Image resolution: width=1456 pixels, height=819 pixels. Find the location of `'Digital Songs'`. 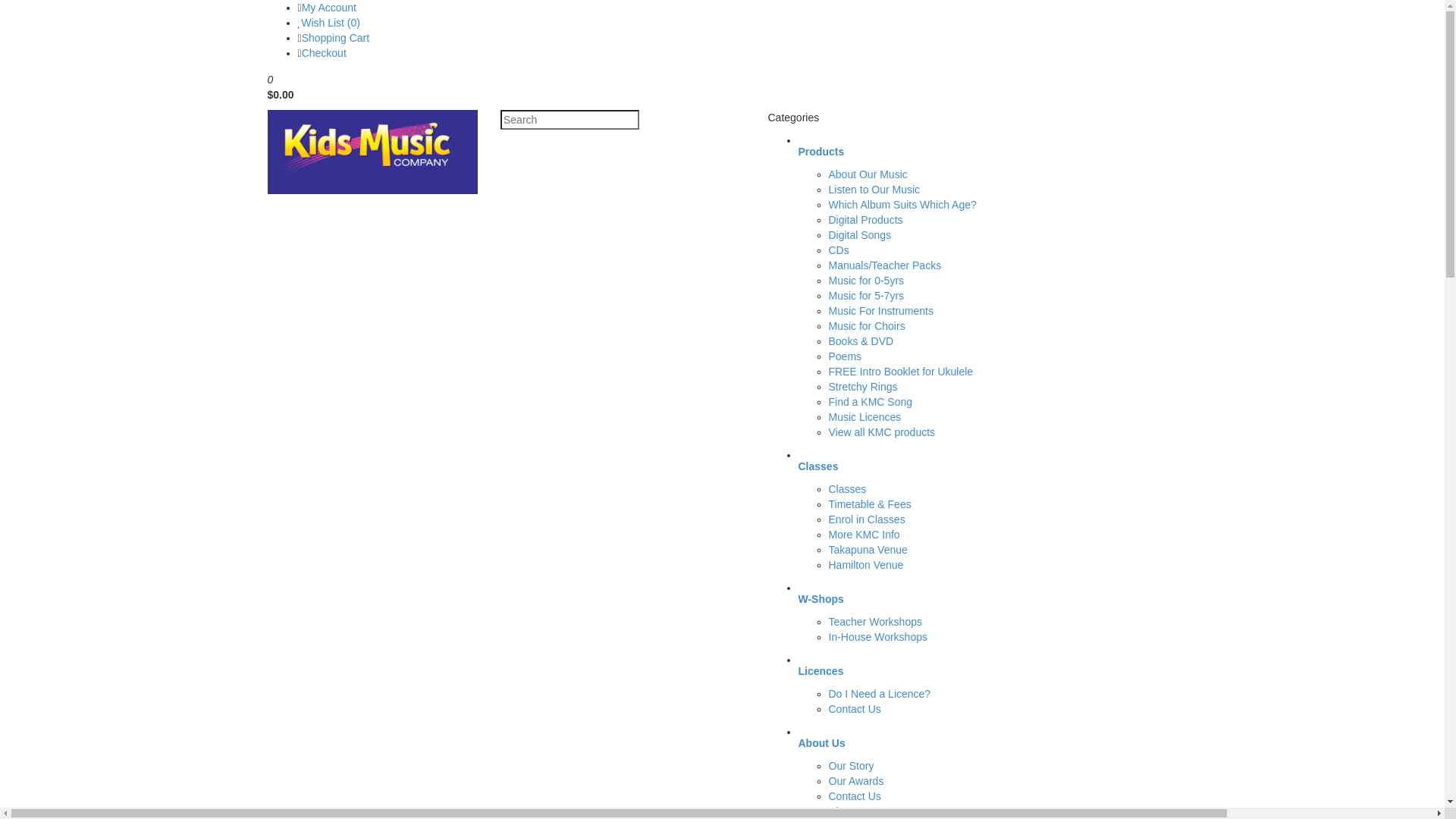

'Digital Songs' is located at coordinates (827, 234).